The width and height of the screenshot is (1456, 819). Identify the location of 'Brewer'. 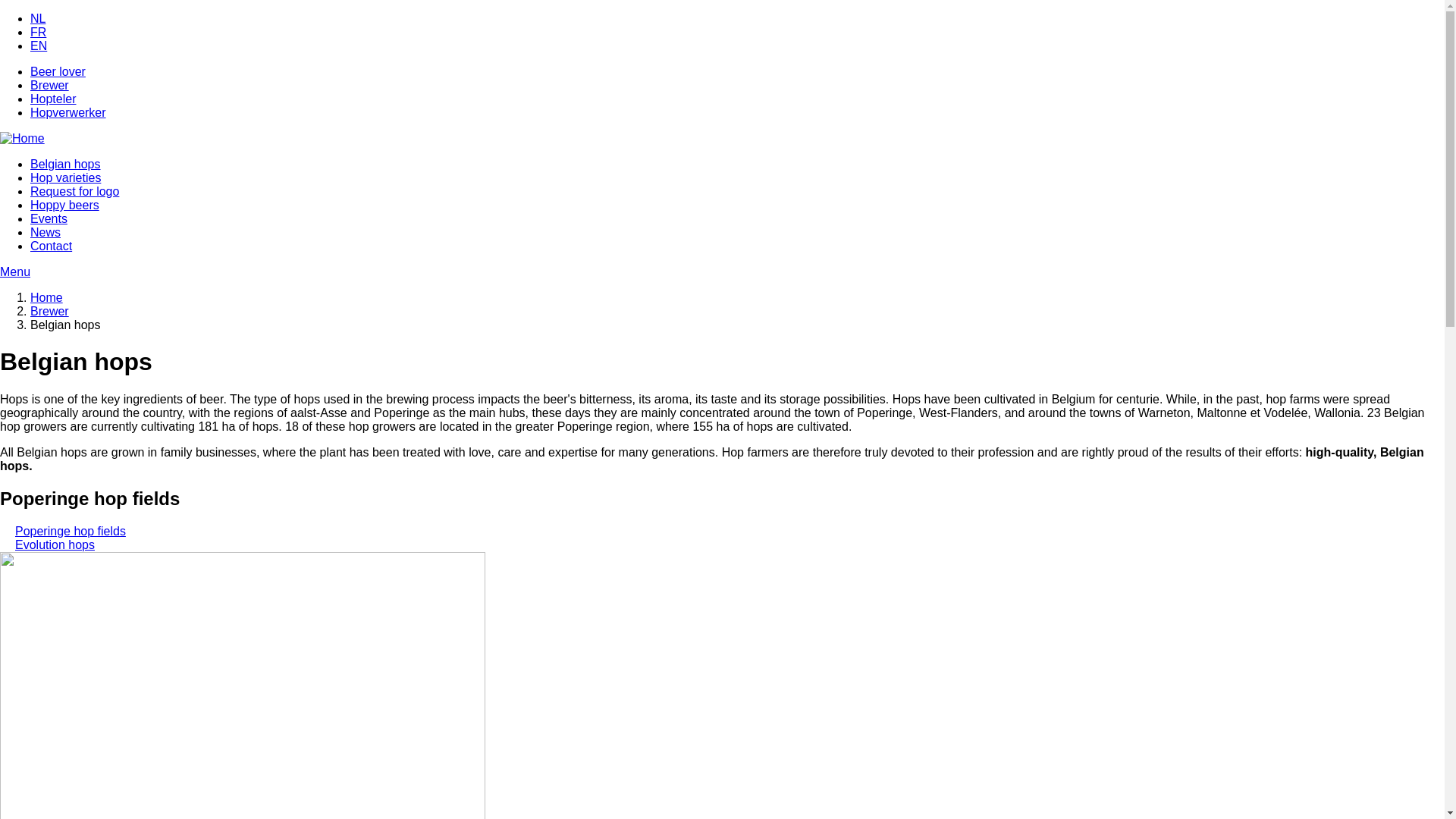
(49, 310).